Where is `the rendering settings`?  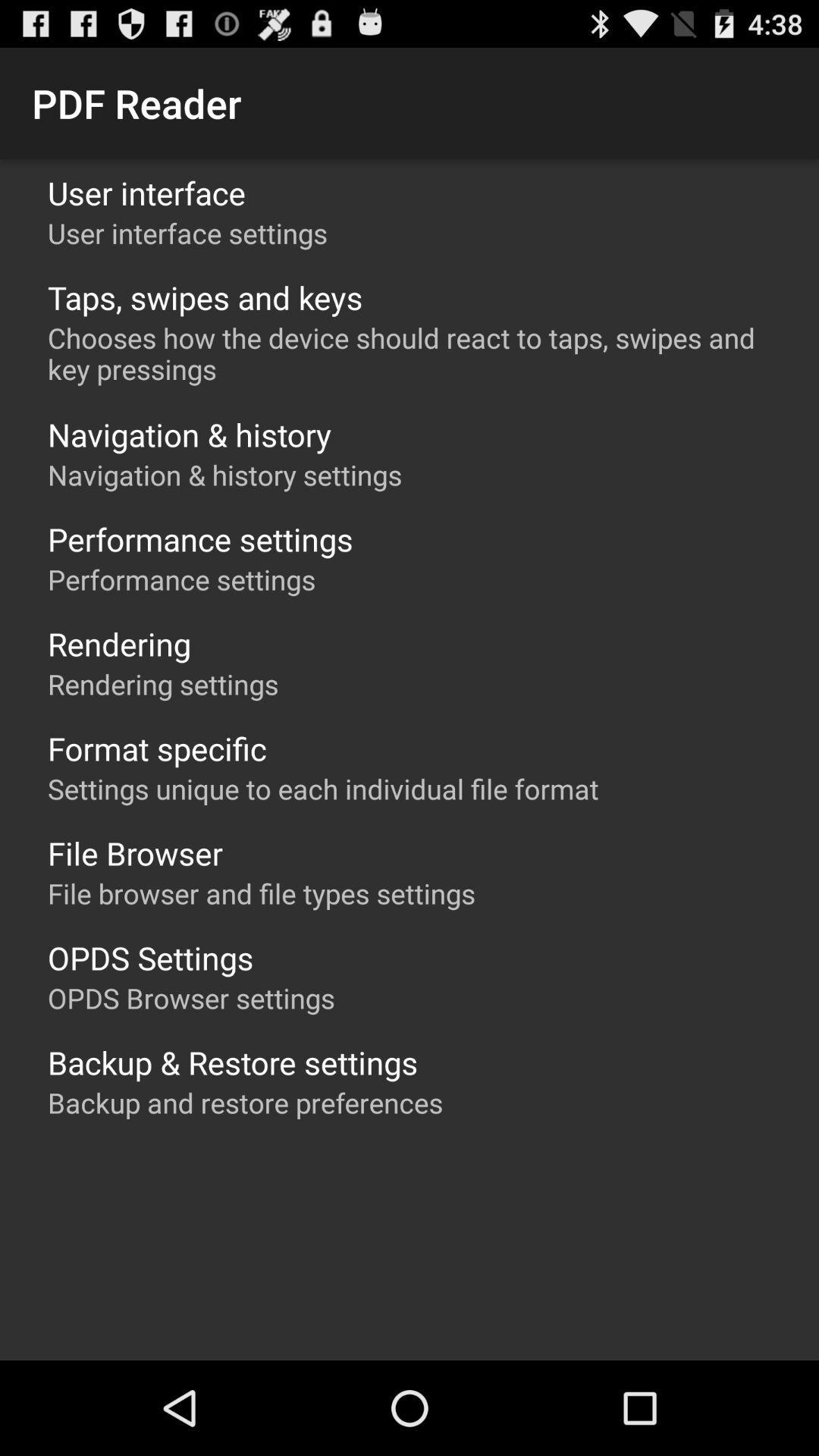 the rendering settings is located at coordinates (163, 683).